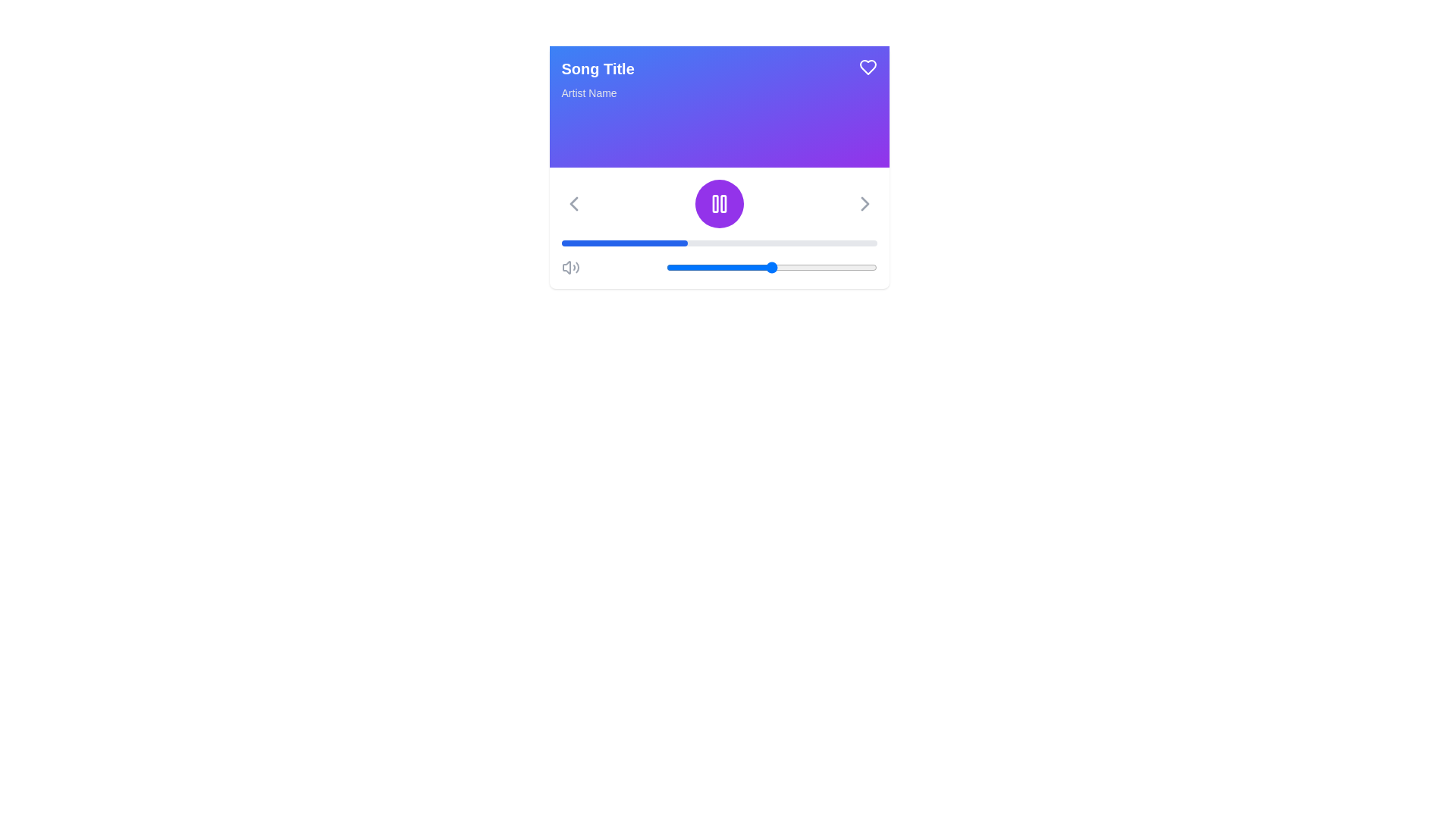 This screenshot has width=1456, height=819. What do you see at coordinates (722, 203) in the screenshot?
I see `the rightmost vertical rectangle with rounded corners inside the pause icon graphic, which is located centrally within the purple circular button` at bounding box center [722, 203].